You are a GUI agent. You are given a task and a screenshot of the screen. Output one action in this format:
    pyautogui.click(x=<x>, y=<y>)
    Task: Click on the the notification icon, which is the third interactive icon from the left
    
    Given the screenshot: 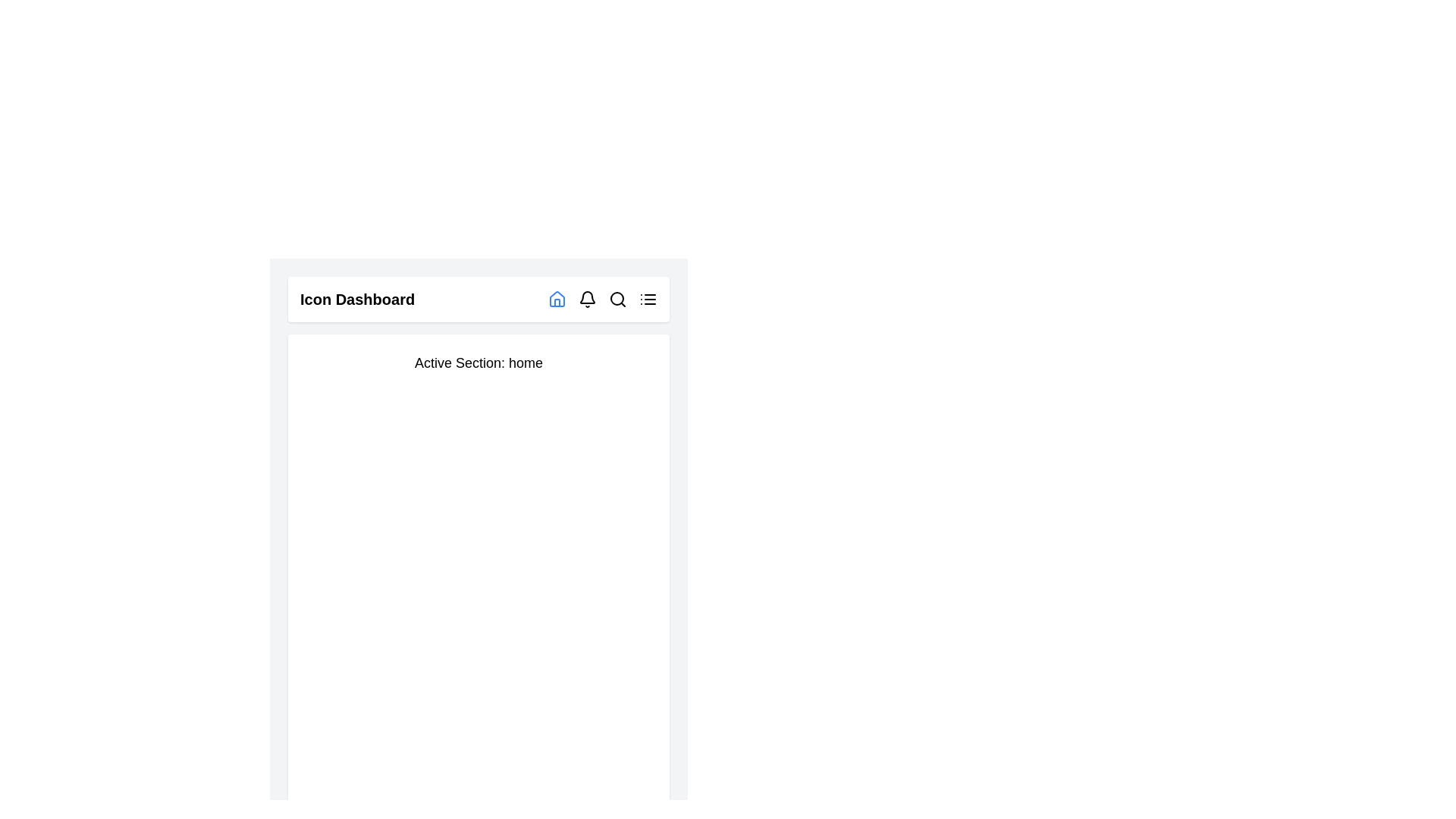 What is the action you would take?
    pyautogui.click(x=586, y=299)
    